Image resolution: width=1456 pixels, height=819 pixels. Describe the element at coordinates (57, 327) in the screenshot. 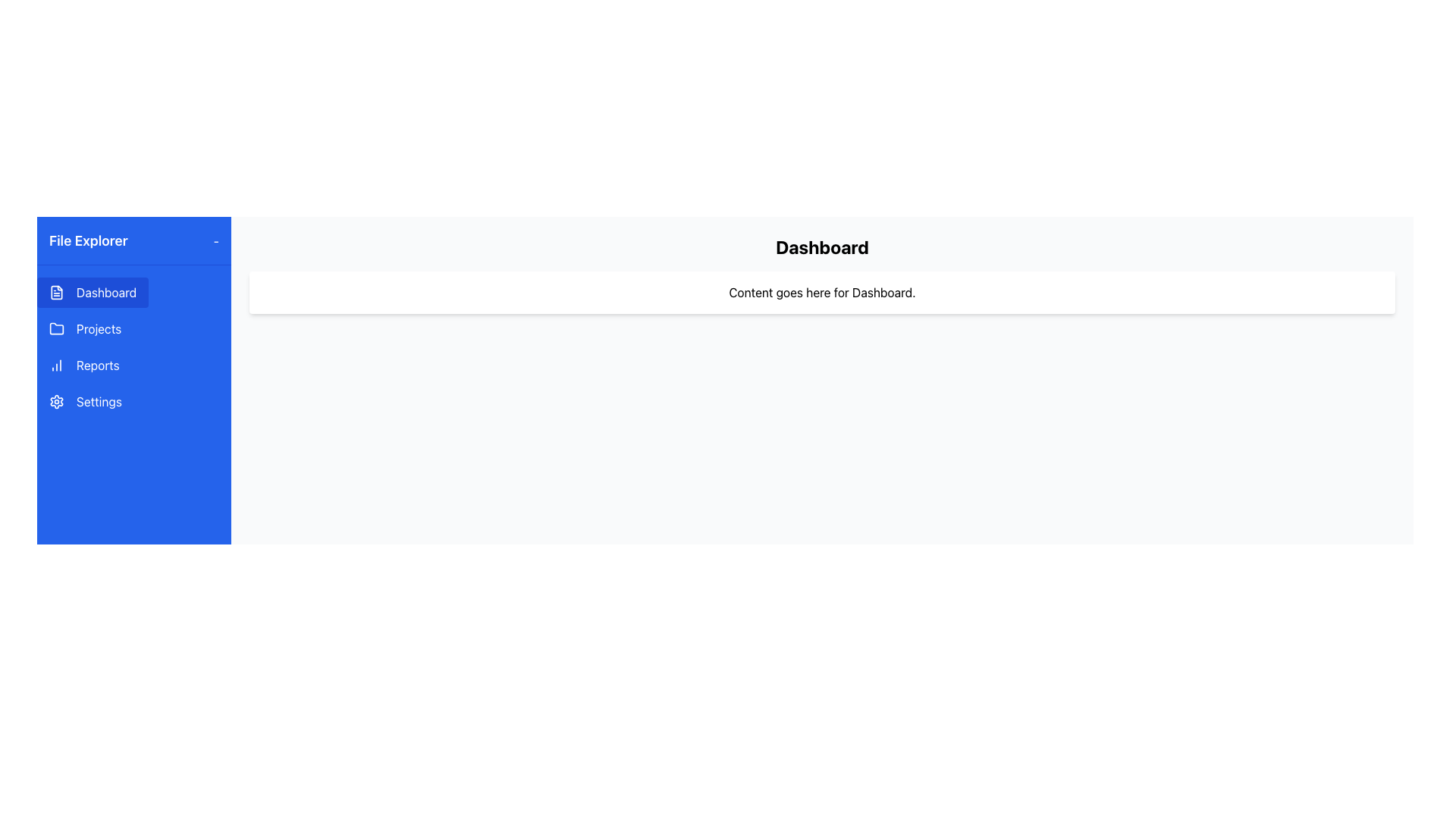

I see `the blue folder-like icon located next to the 'Projects' menu item` at that location.